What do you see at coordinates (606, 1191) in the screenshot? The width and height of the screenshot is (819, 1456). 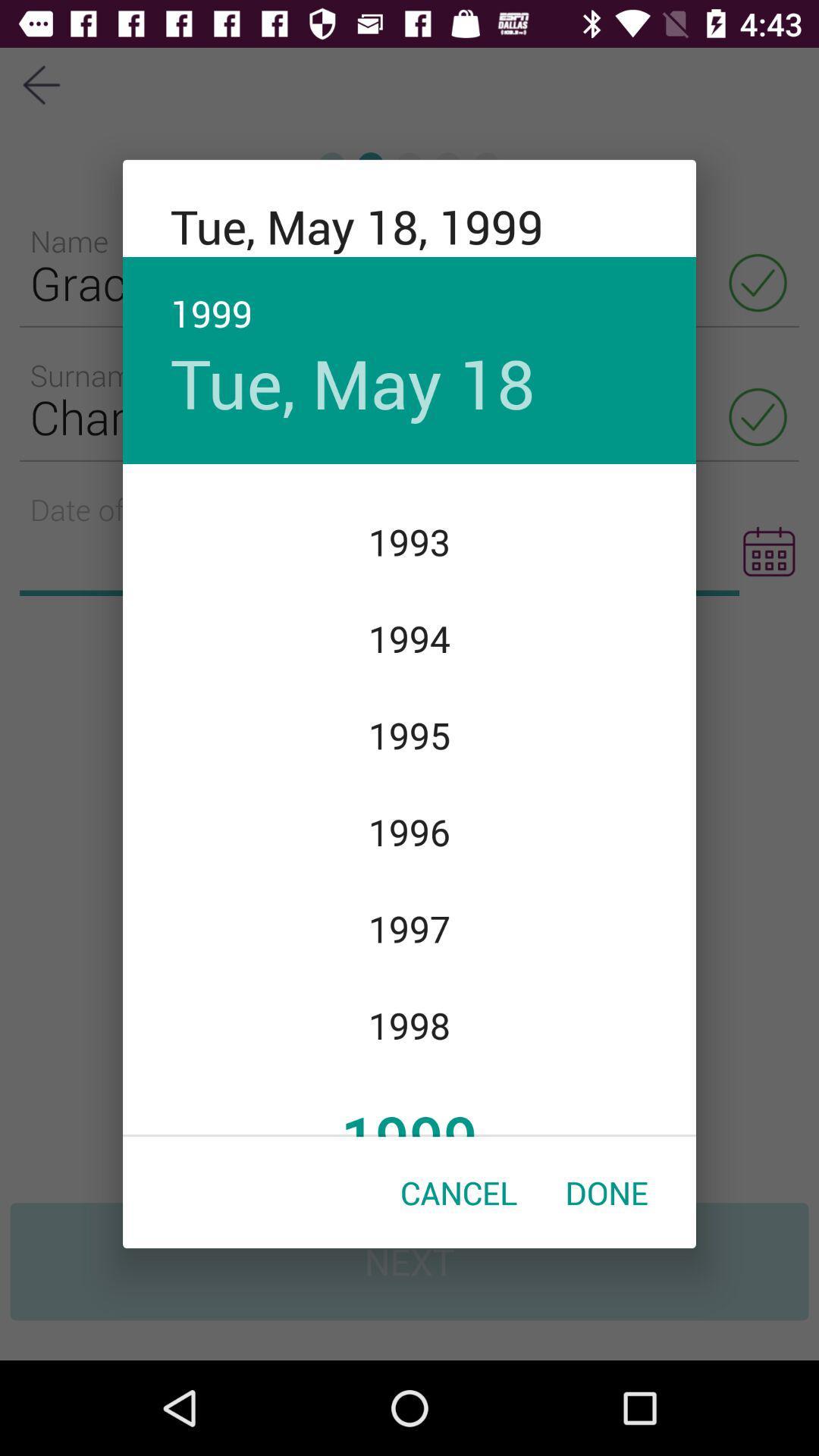 I see `the icon below the 1999 item` at bounding box center [606, 1191].